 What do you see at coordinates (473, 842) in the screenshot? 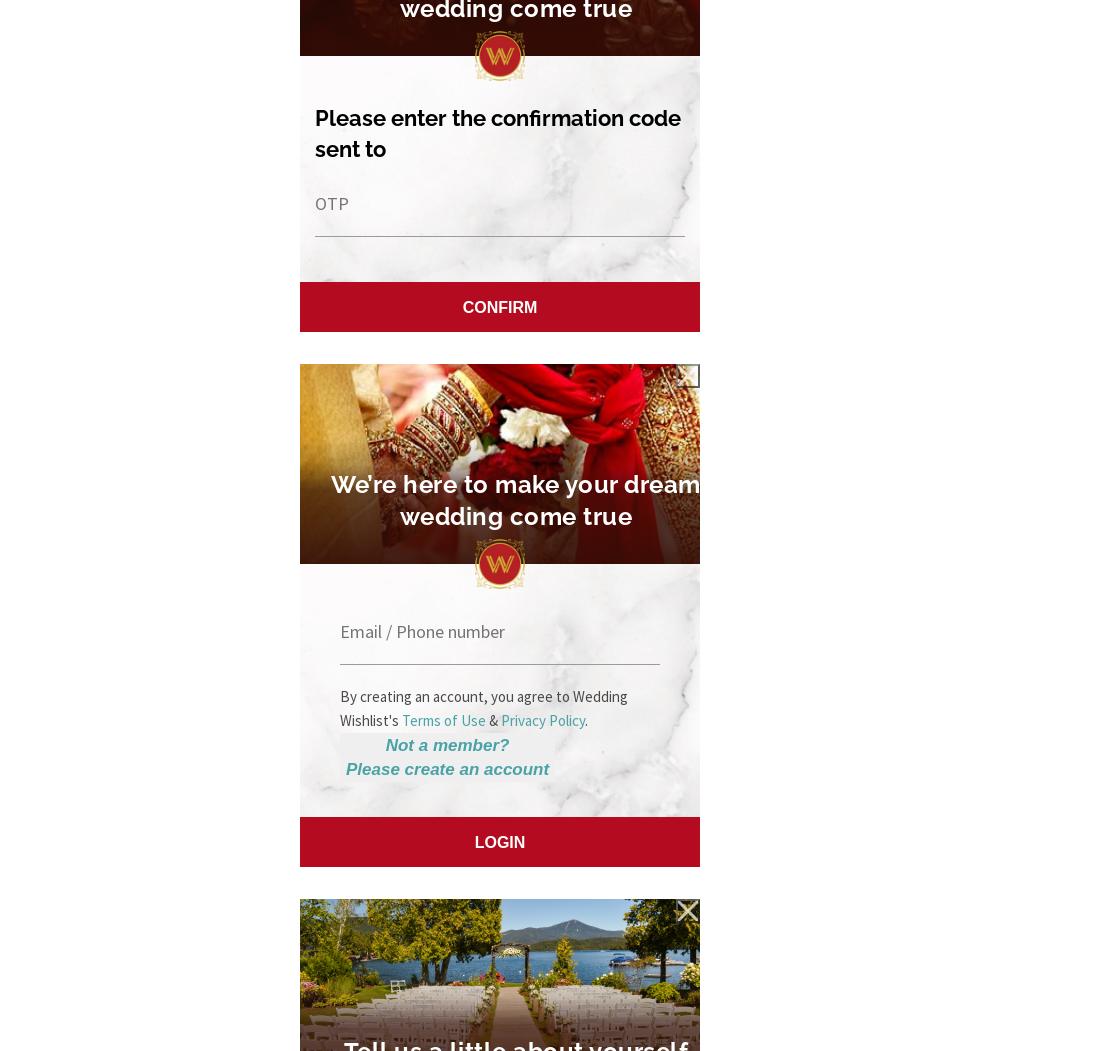
I see `'LOGIN'` at bounding box center [473, 842].